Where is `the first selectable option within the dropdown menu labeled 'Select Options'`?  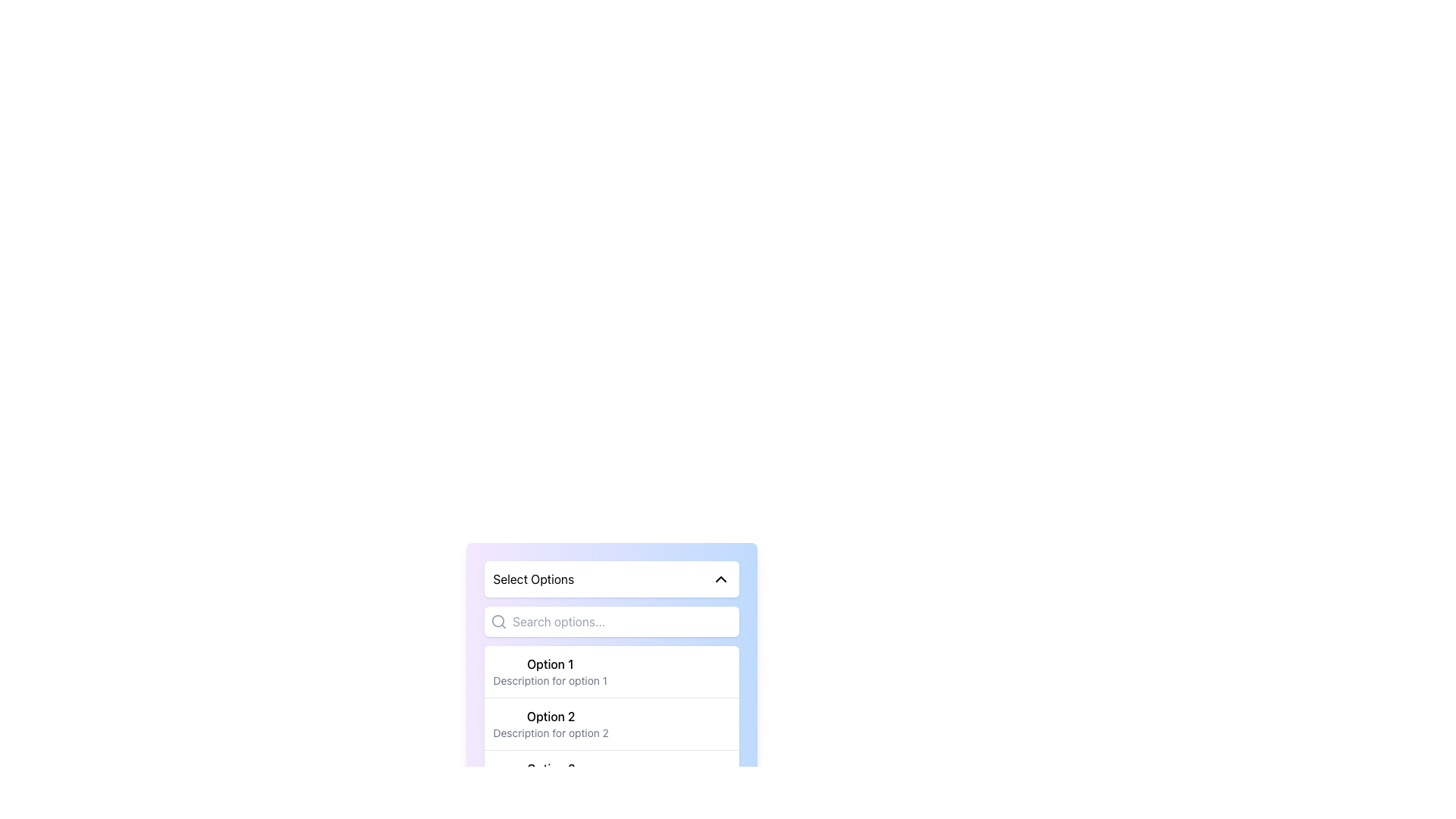
the first selectable option within the dropdown menu labeled 'Select Options' is located at coordinates (549, 671).